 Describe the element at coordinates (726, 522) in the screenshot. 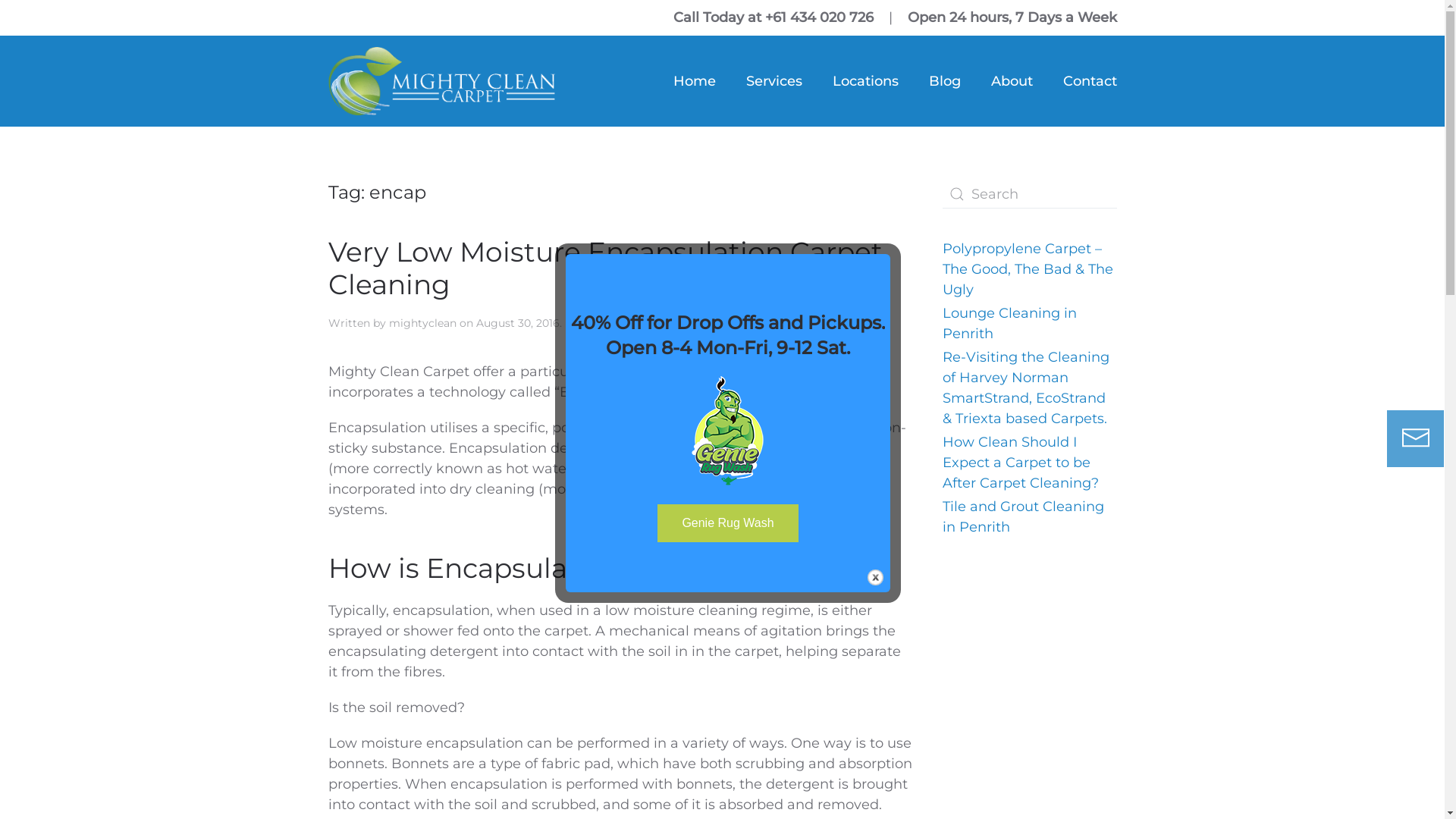

I see `'Genie Rug Wash'` at that location.